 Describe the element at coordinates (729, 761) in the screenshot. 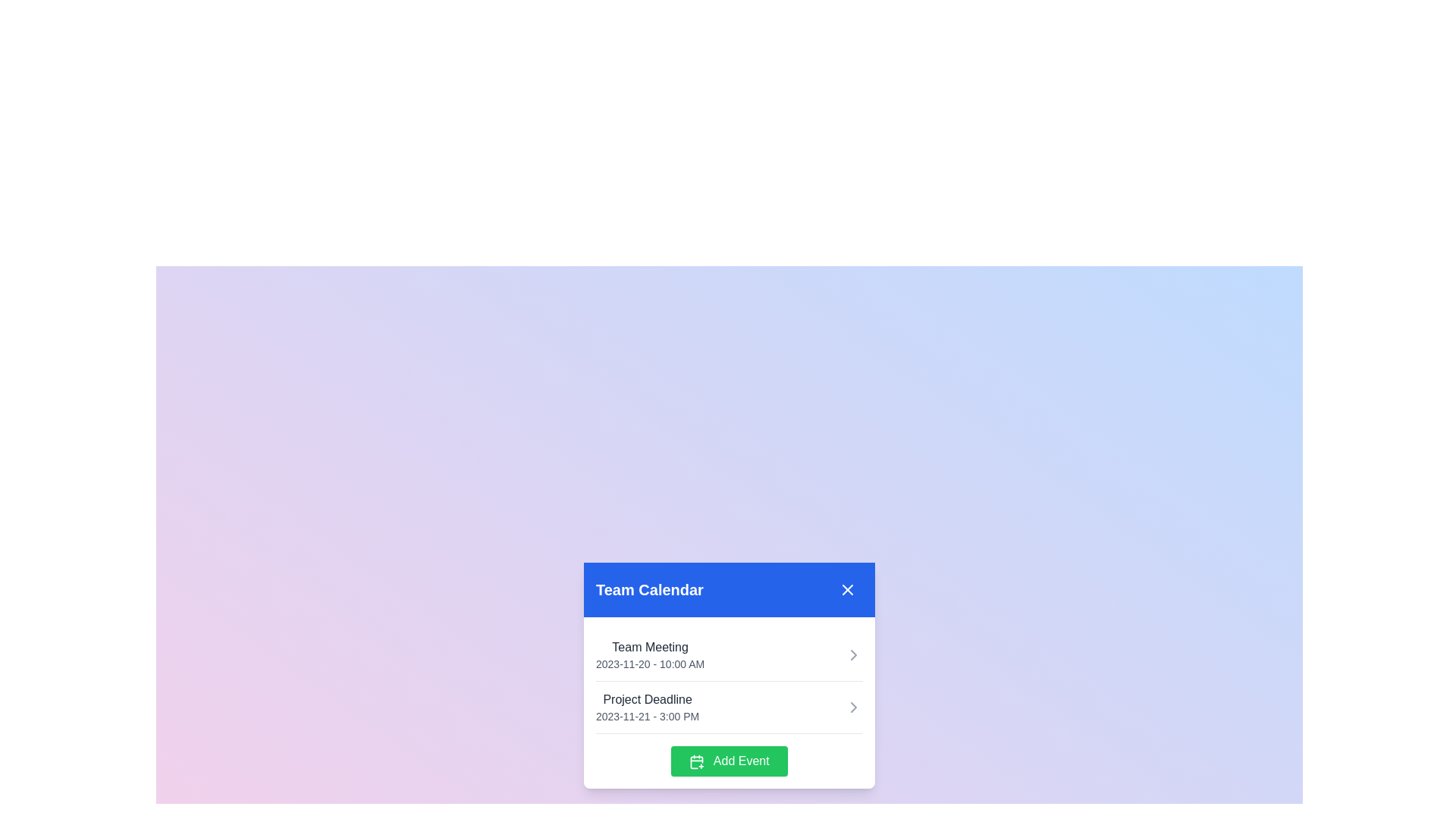

I see `the 'Add Event' button to initiate adding a new event` at that location.